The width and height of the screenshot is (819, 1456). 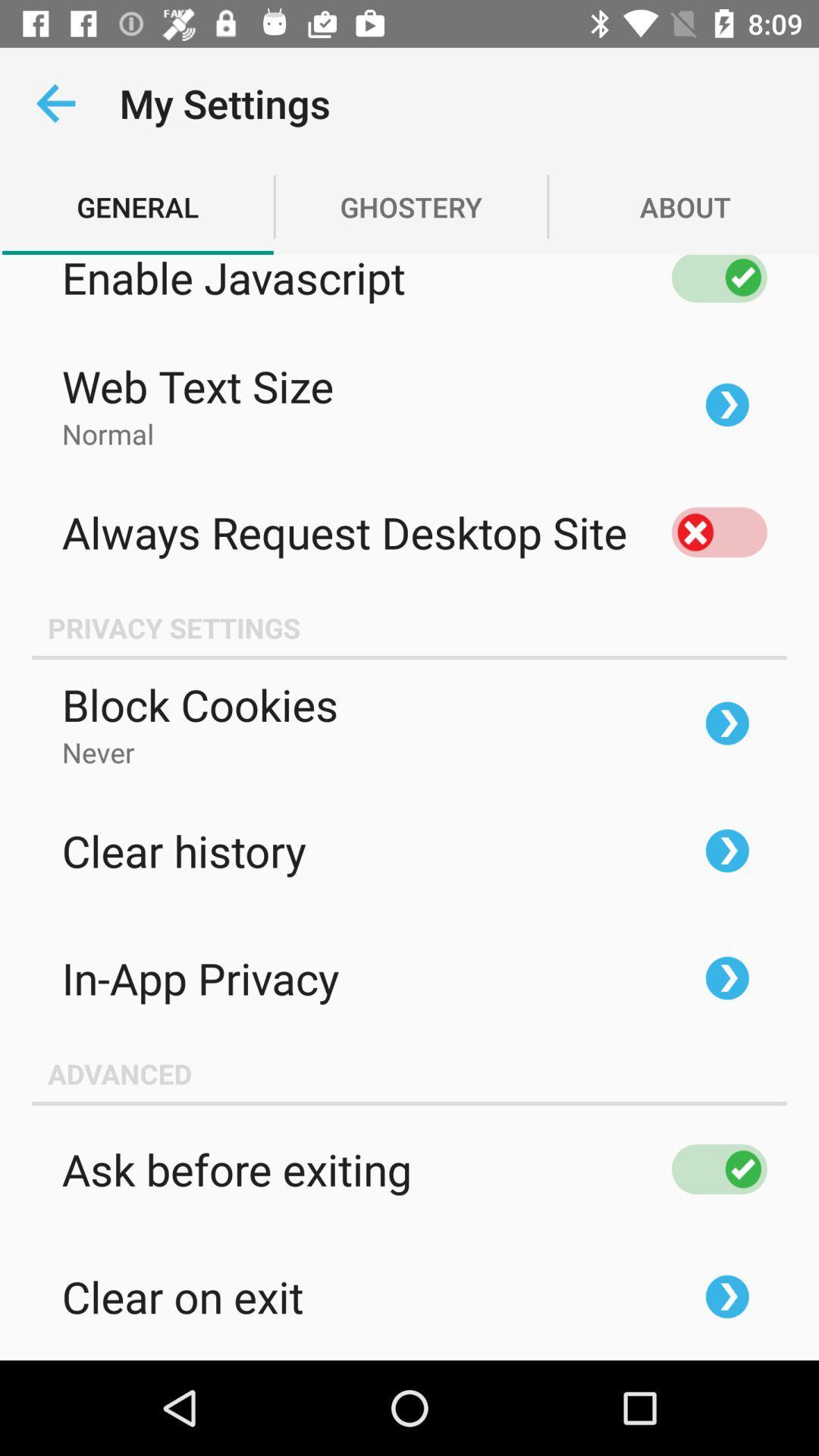 What do you see at coordinates (718, 1168) in the screenshot?
I see `enable ask before exiting` at bounding box center [718, 1168].